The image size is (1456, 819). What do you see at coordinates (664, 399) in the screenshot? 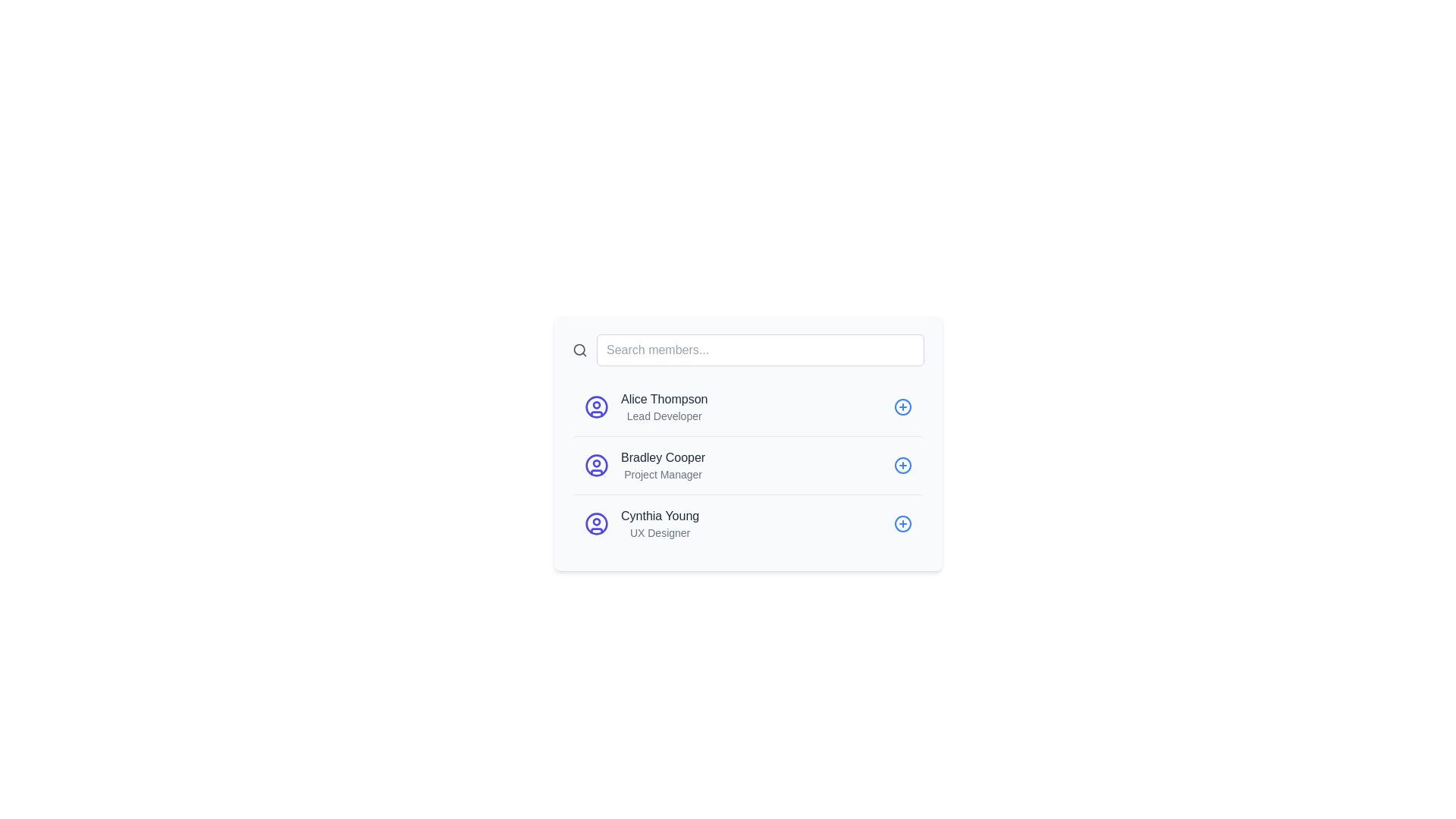
I see `the static text label displaying the name 'Alice Thompson'` at bounding box center [664, 399].